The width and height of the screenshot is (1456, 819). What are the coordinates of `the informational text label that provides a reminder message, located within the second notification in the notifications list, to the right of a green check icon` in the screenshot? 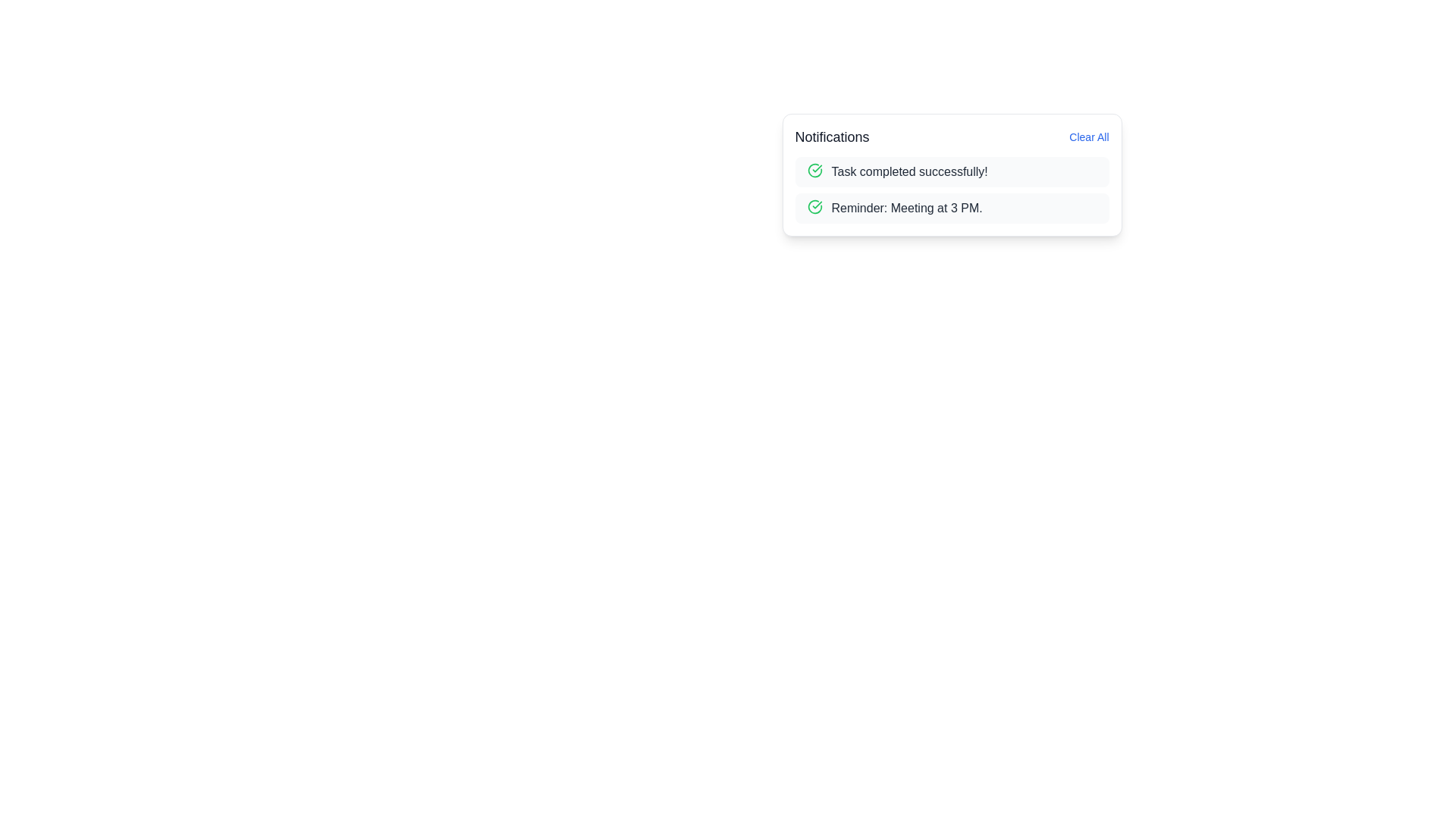 It's located at (907, 208).